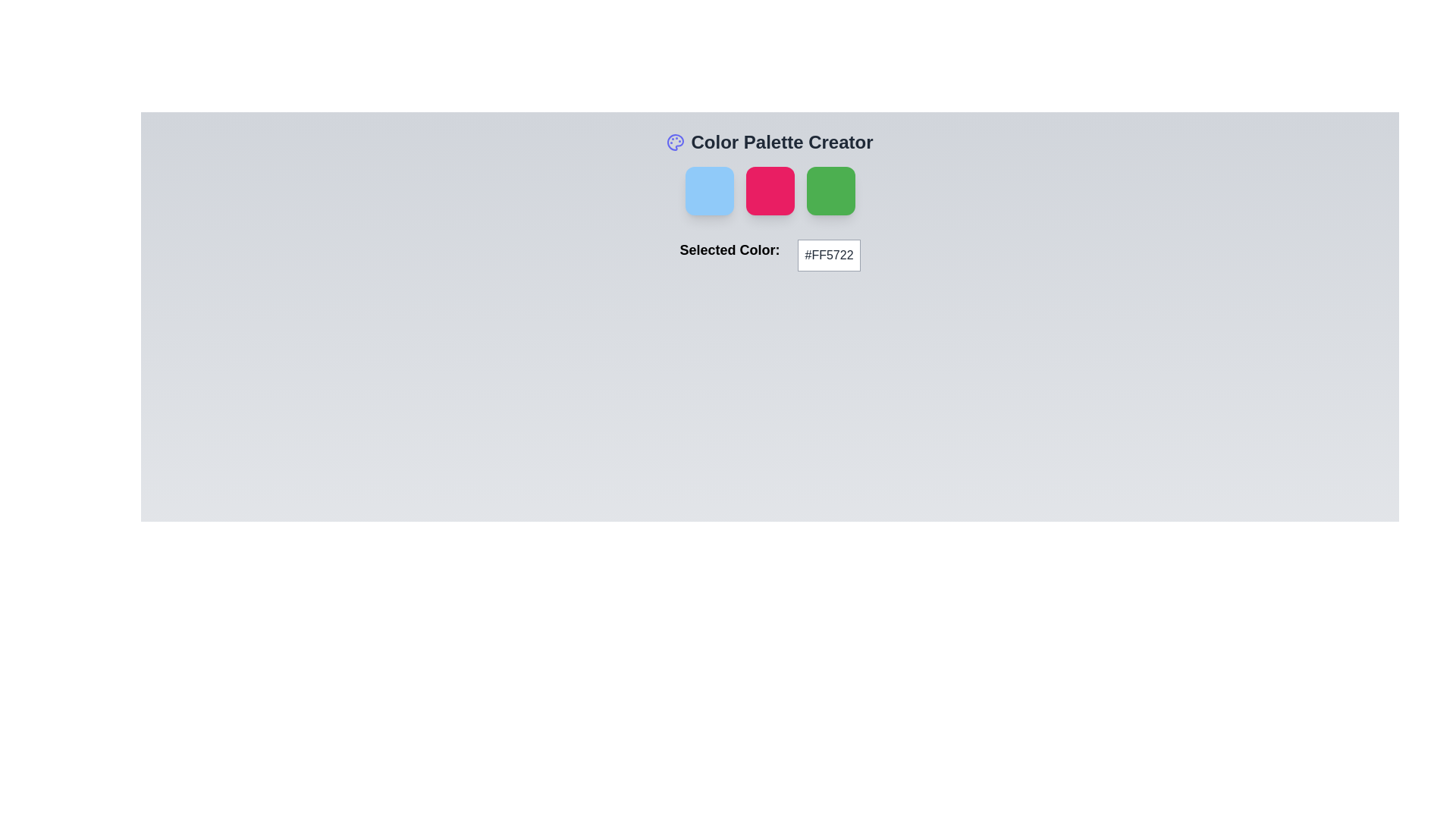 The height and width of the screenshot is (819, 1456). What do you see at coordinates (782, 143) in the screenshot?
I see `the static text element that serves as the heading for creating and managing color palettes, located prominently near the top center of the interface` at bounding box center [782, 143].